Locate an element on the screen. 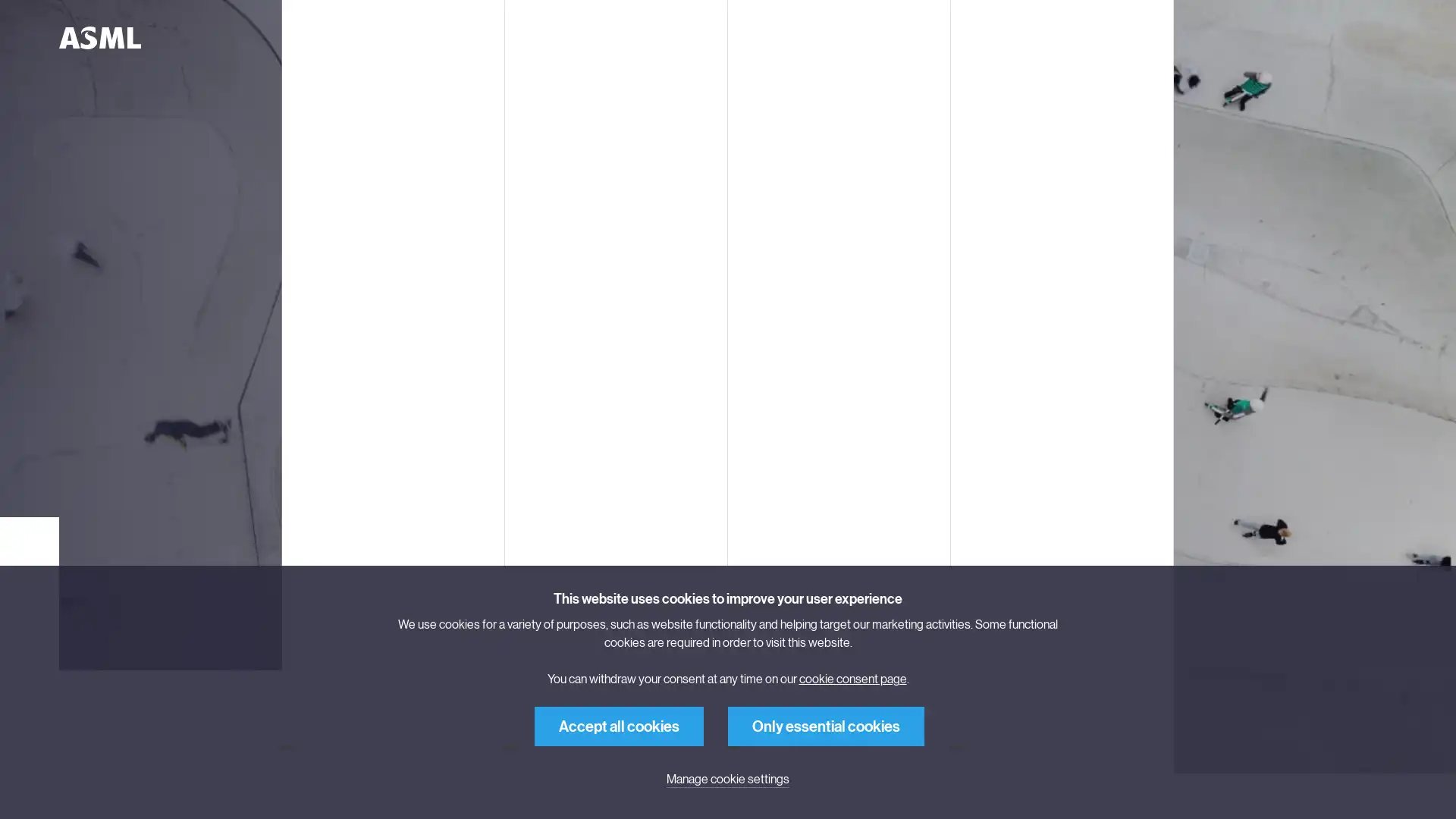 The width and height of the screenshot is (1456, 819). Accept all cookies is located at coordinates (619, 725).